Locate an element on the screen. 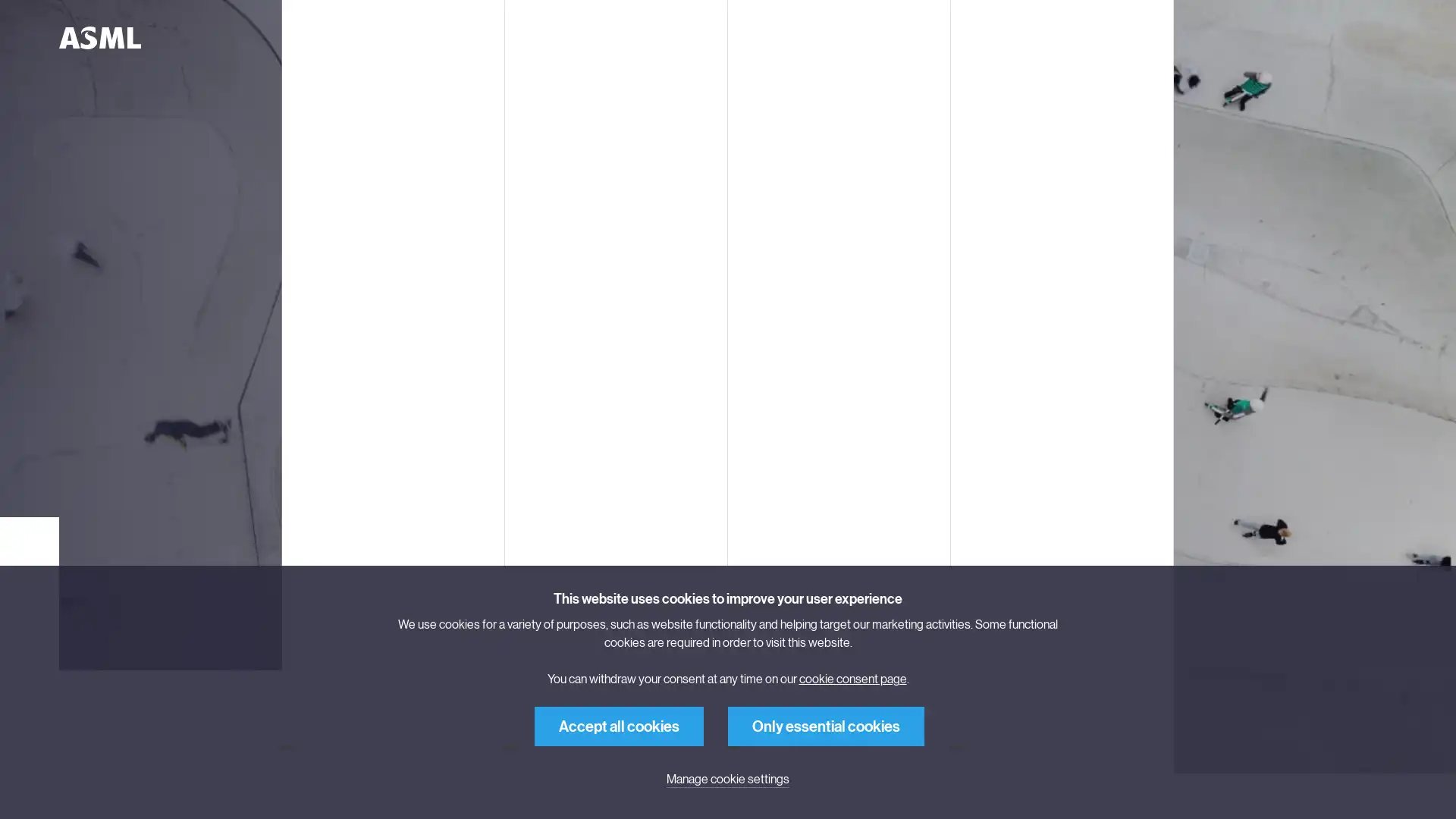 The width and height of the screenshot is (1456, 819). Accept all cookies is located at coordinates (619, 725).